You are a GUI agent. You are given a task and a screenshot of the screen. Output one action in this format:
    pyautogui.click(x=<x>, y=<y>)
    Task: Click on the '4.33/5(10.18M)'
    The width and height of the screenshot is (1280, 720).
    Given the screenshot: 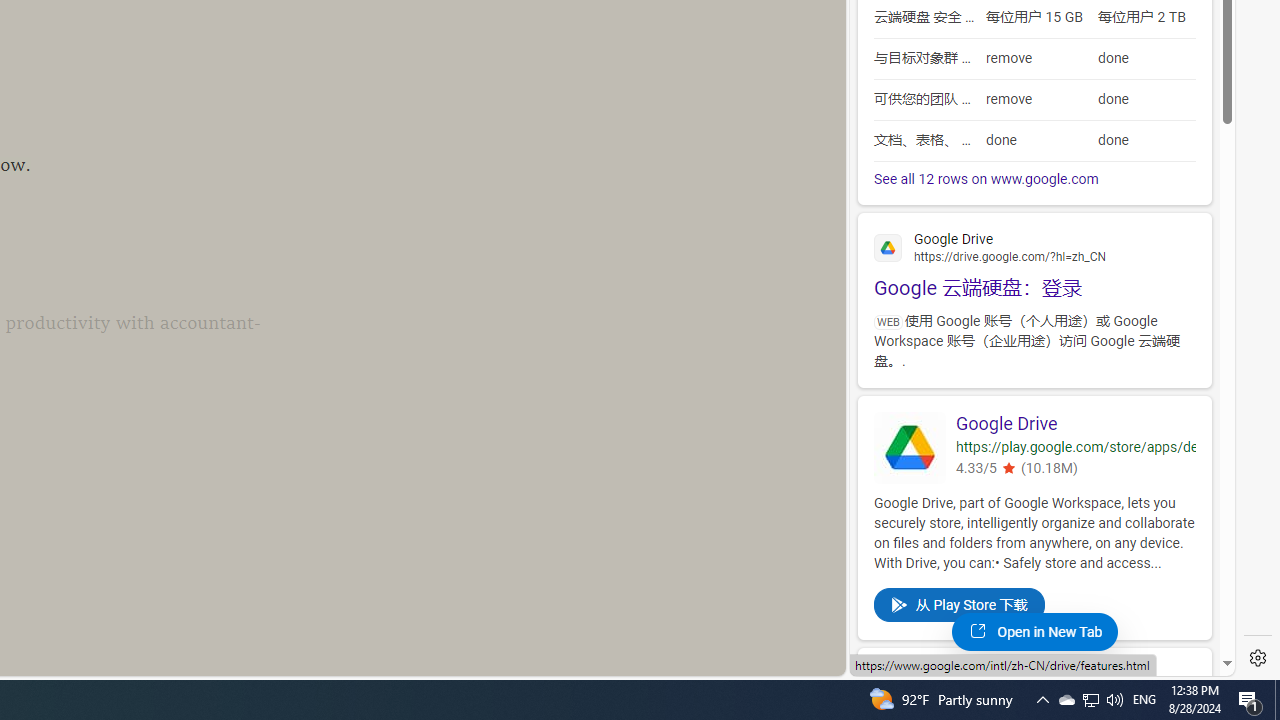 What is the action you would take?
    pyautogui.click(x=1074, y=470)
    